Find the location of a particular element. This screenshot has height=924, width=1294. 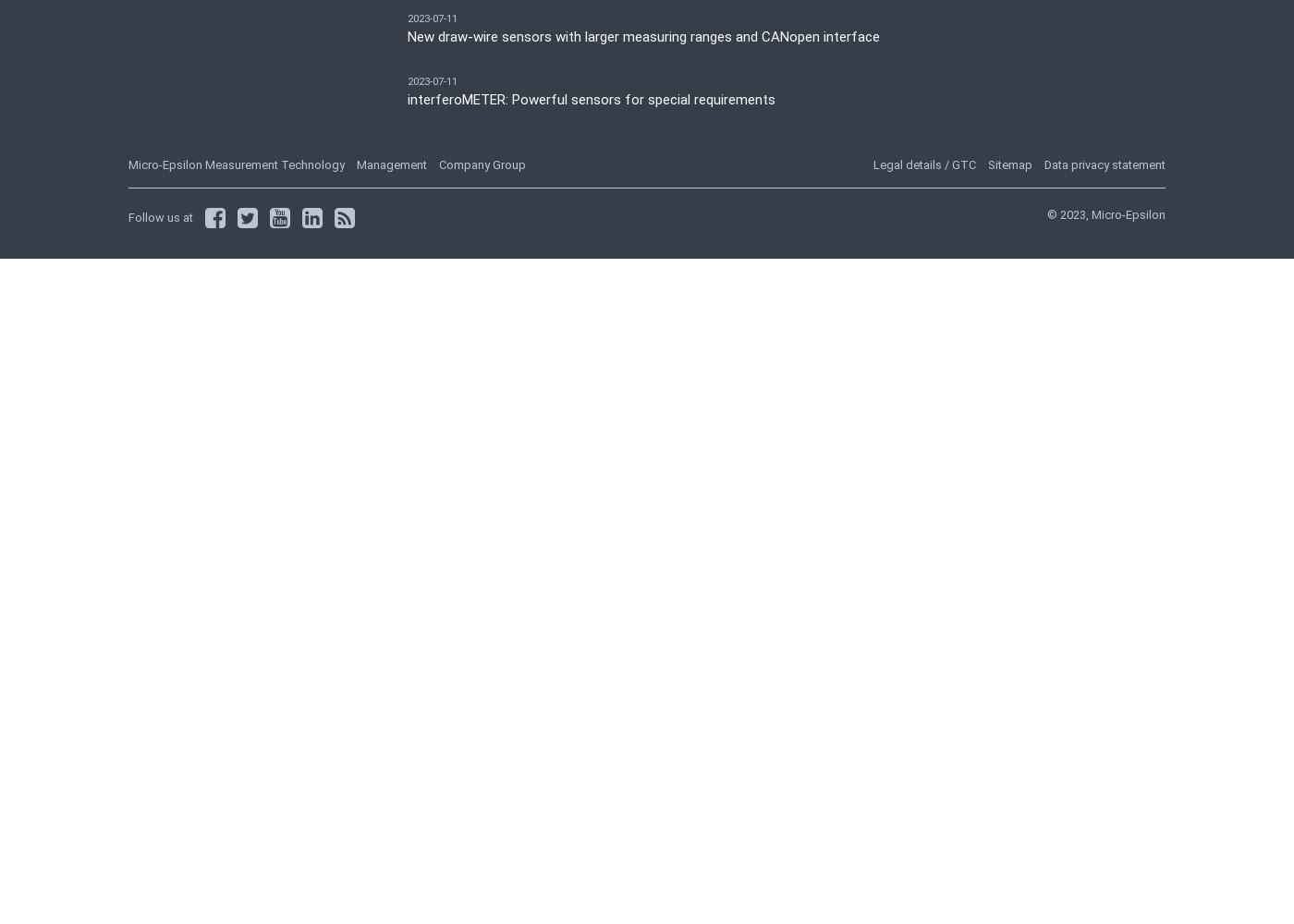

'New draw-wire sensors with larger measuring ranges and CANopen interface' is located at coordinates (643, 36).